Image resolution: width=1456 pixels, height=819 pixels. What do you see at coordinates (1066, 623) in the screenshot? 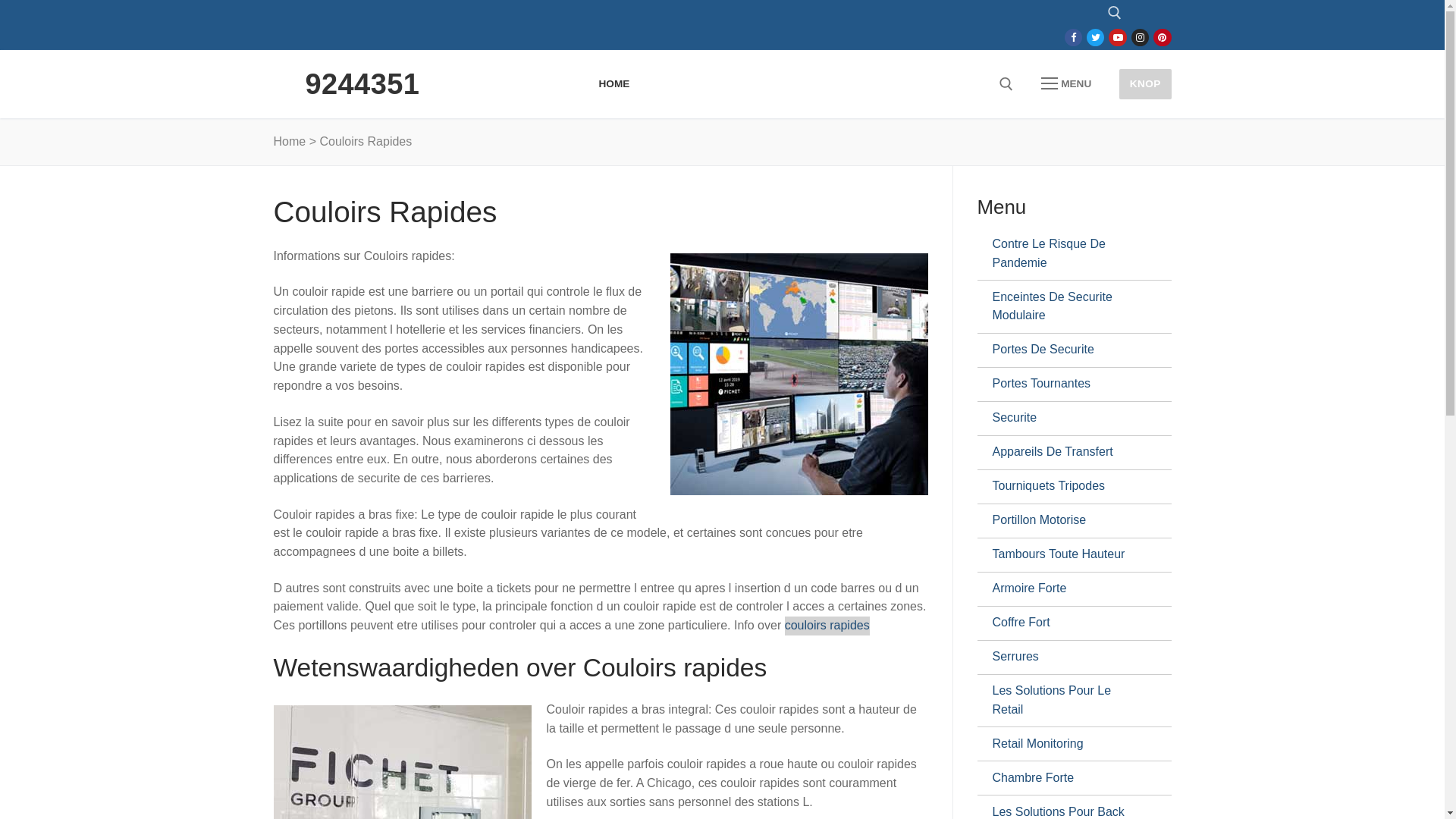
I see `'Coffre Fort'` at bounding box center [1066, 623].